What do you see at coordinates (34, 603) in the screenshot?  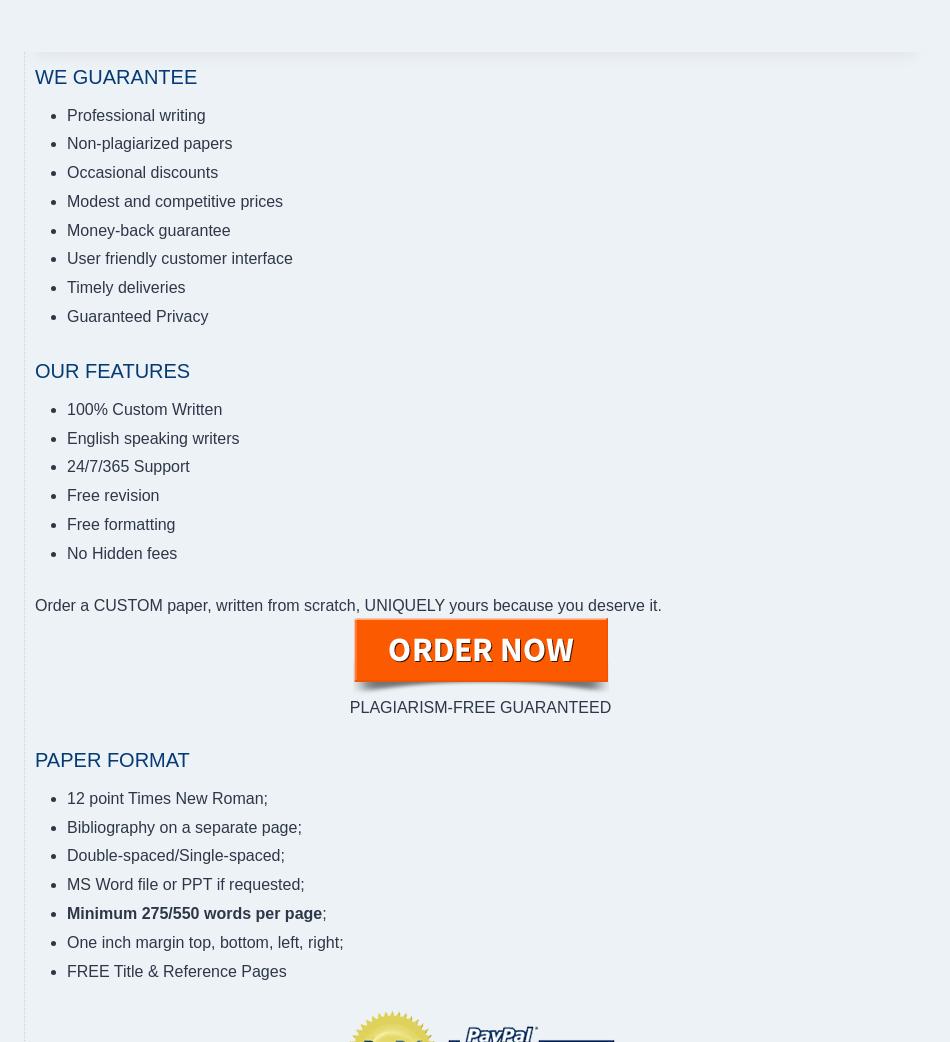 I see `'Order a CUSTOM paper, written from scratch, UNIQUELY yours because you deserve it.'` at bounding box center [34, 603].